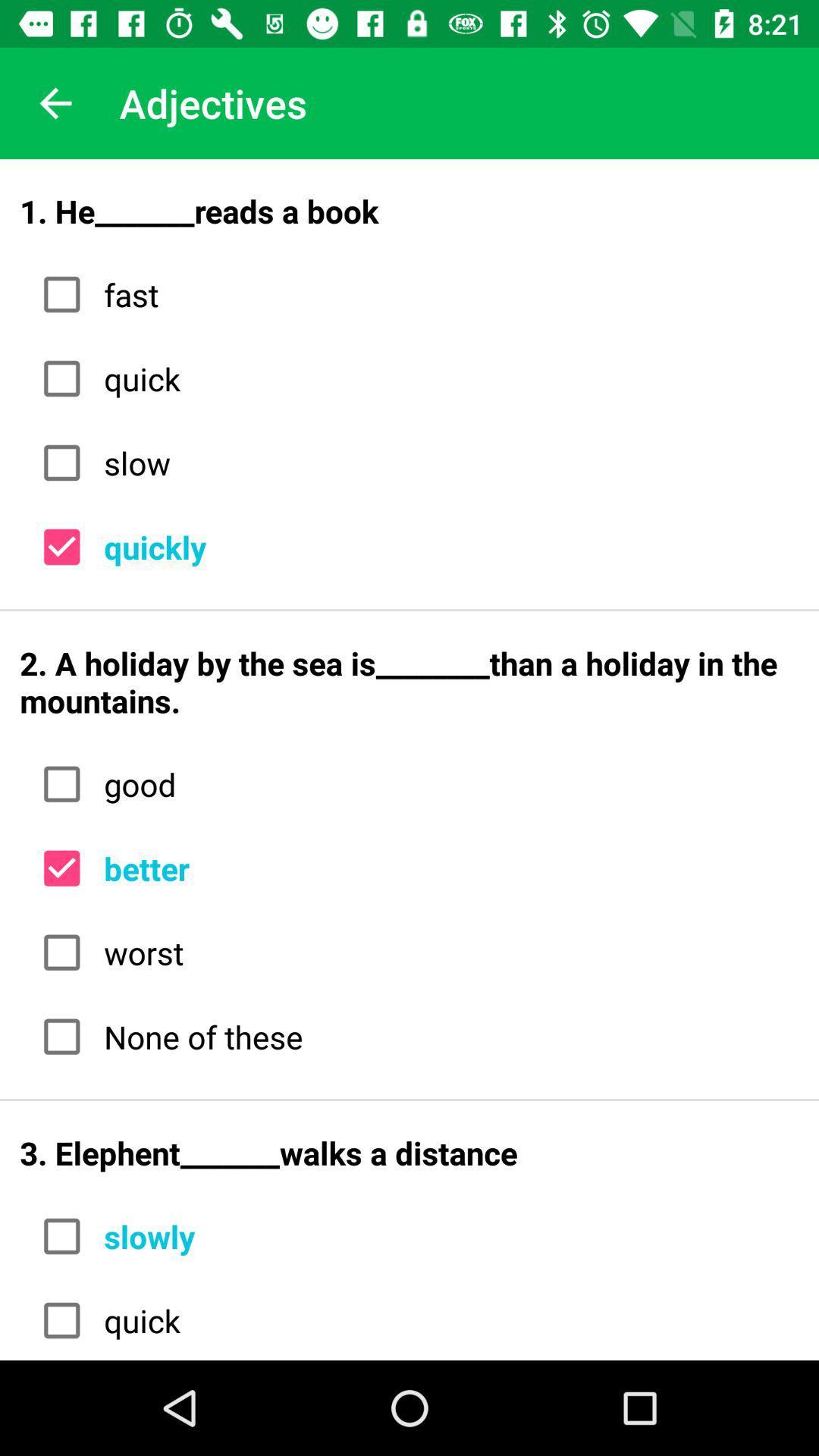 The height and width of the screenshot is (1456, 819). Describe the element at coordinates (409, 210) in the screenshot. I see `1 he_______reads a icon` at that location.